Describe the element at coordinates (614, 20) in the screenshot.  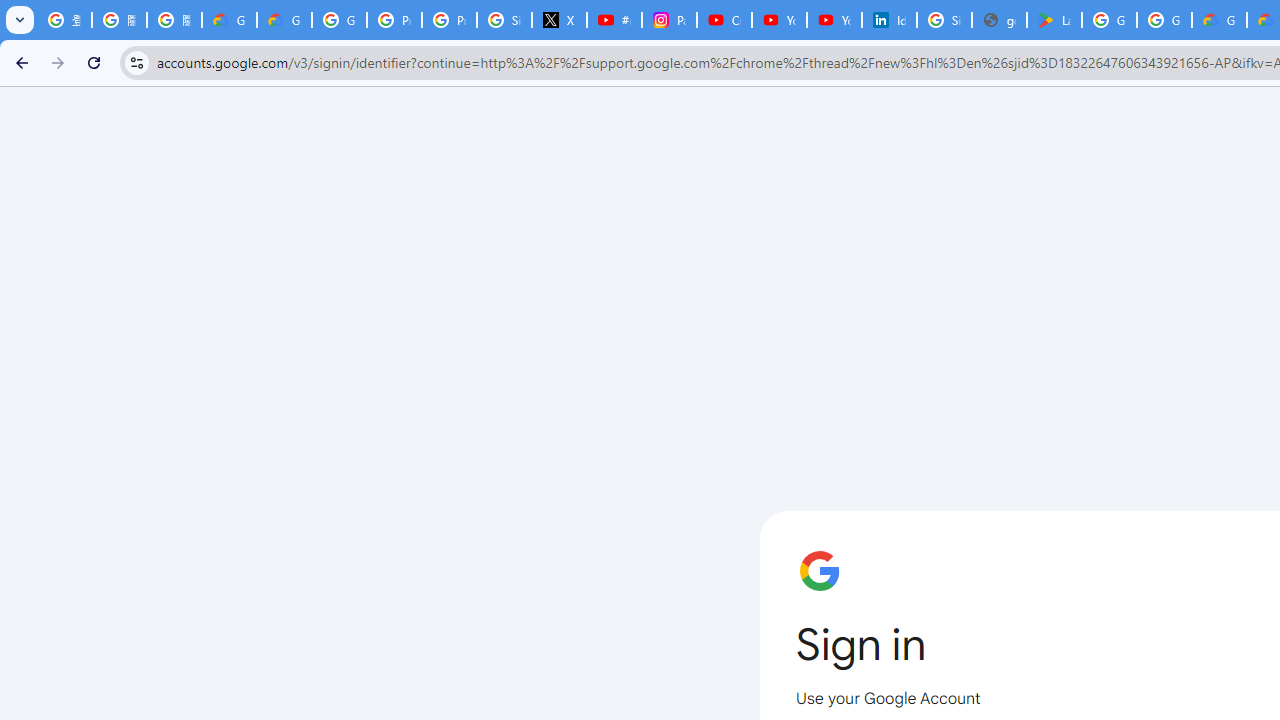
I see `'#nbabasketballhighlights - YouTube'` at that location.